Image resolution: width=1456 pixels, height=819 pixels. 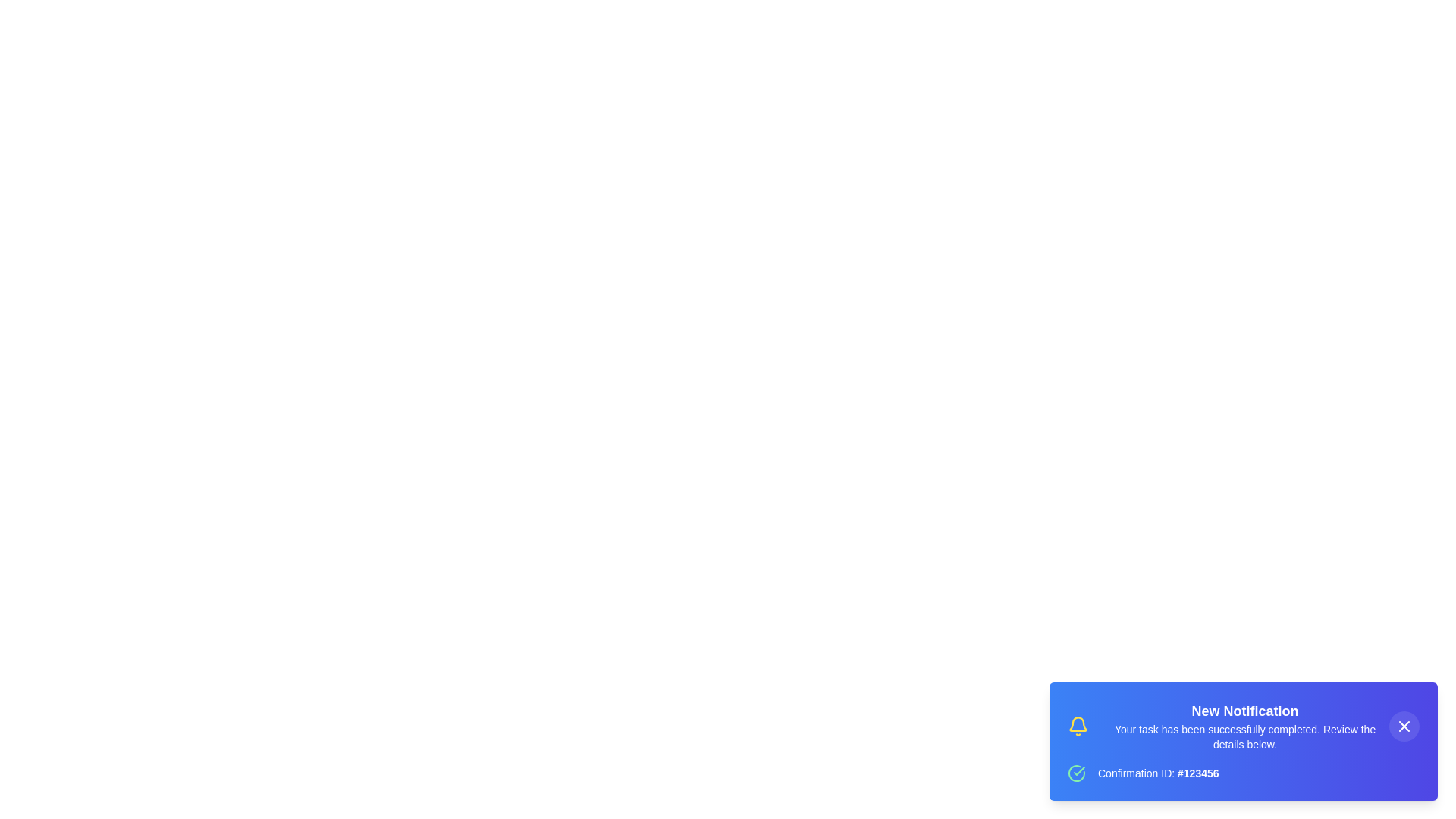 I want to click on the dismiss button located in the top-right corner of the notification card, which removes or hides the notification when interacted with, so click(x=1404, y=725).